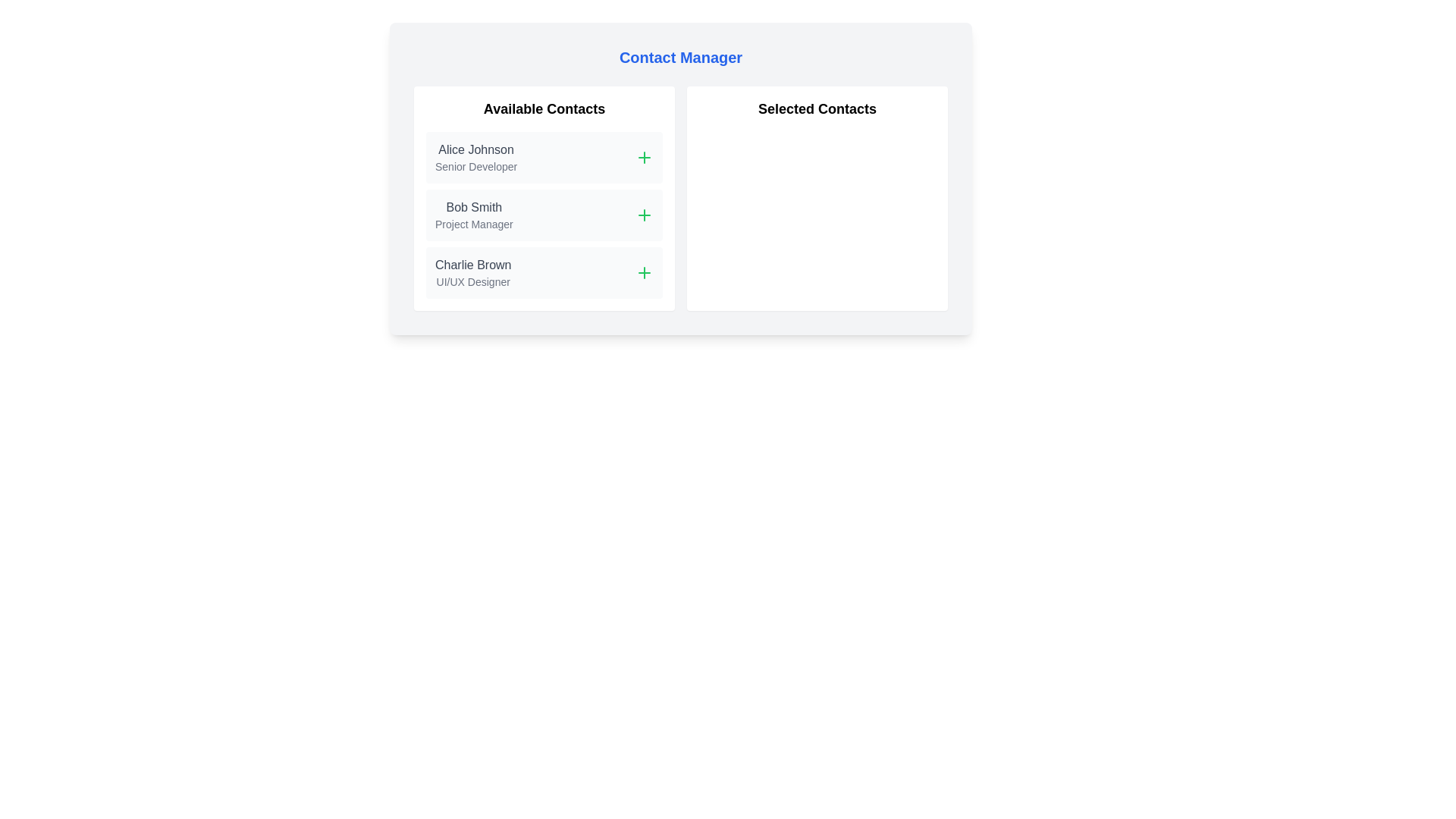 The image size is (1456, 819). Describe the element at coordinates (473, 215) in the screenshot. I see `the Text Display element showing 'Bob Smith' and 'Project Manager' in the 'Available Contacts' section` at that location.